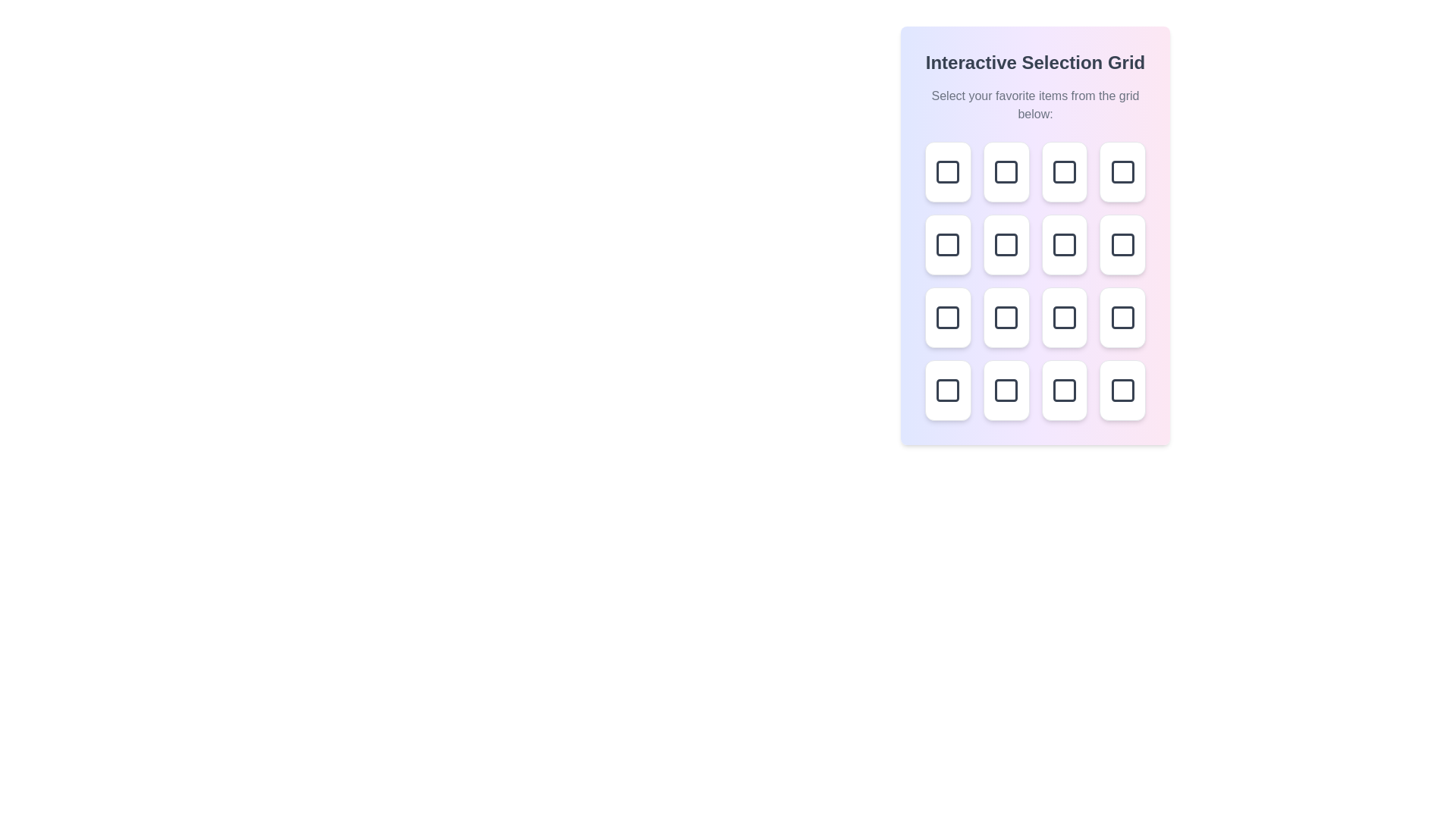 This screenshot has height=819, width=1456. Describe the element at coordinates (1006, 317) in the screenshot. I see `the selectable grid option located` at that location.